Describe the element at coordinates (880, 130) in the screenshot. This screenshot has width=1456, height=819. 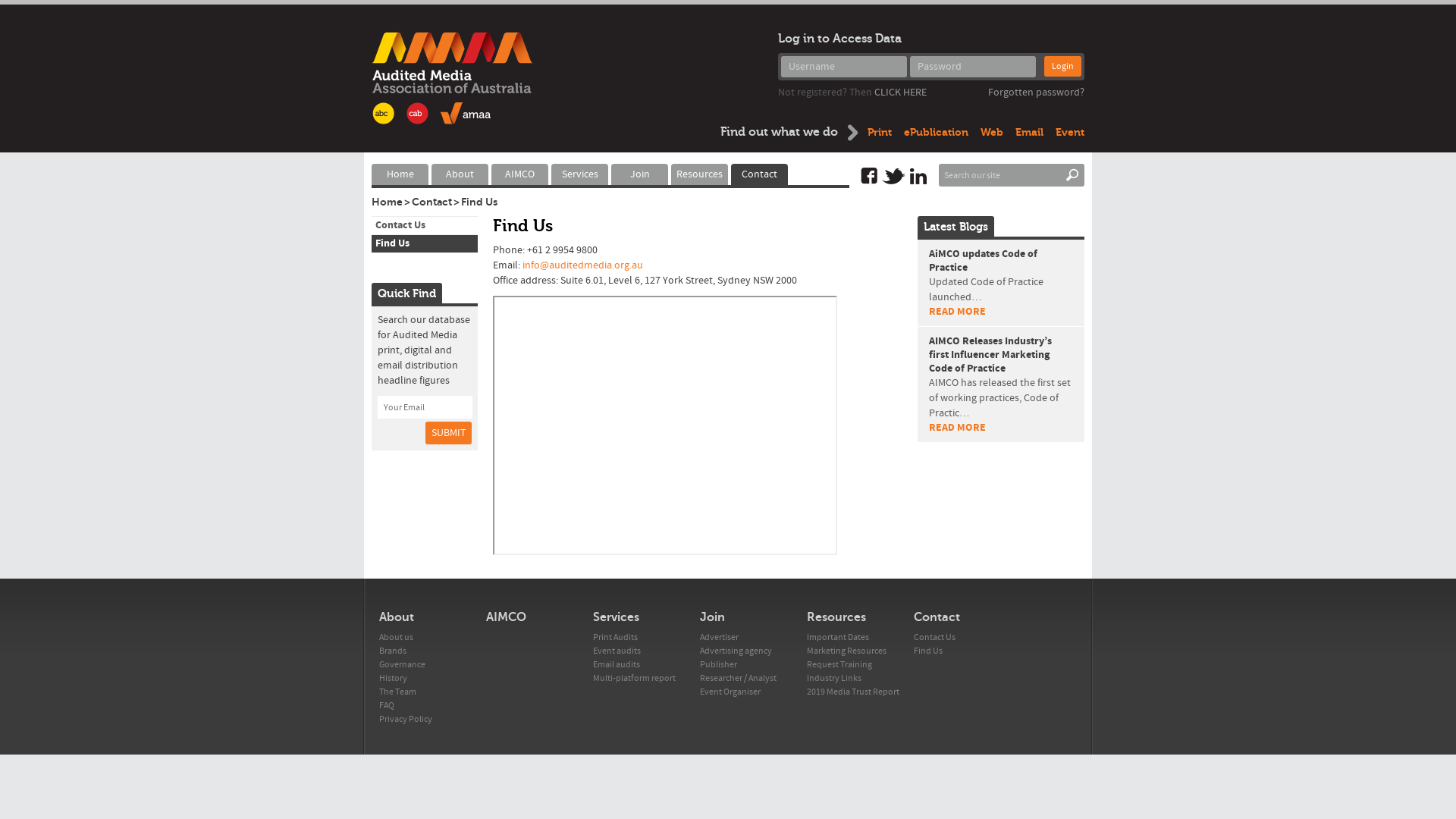
I see `'Print'` at that location.